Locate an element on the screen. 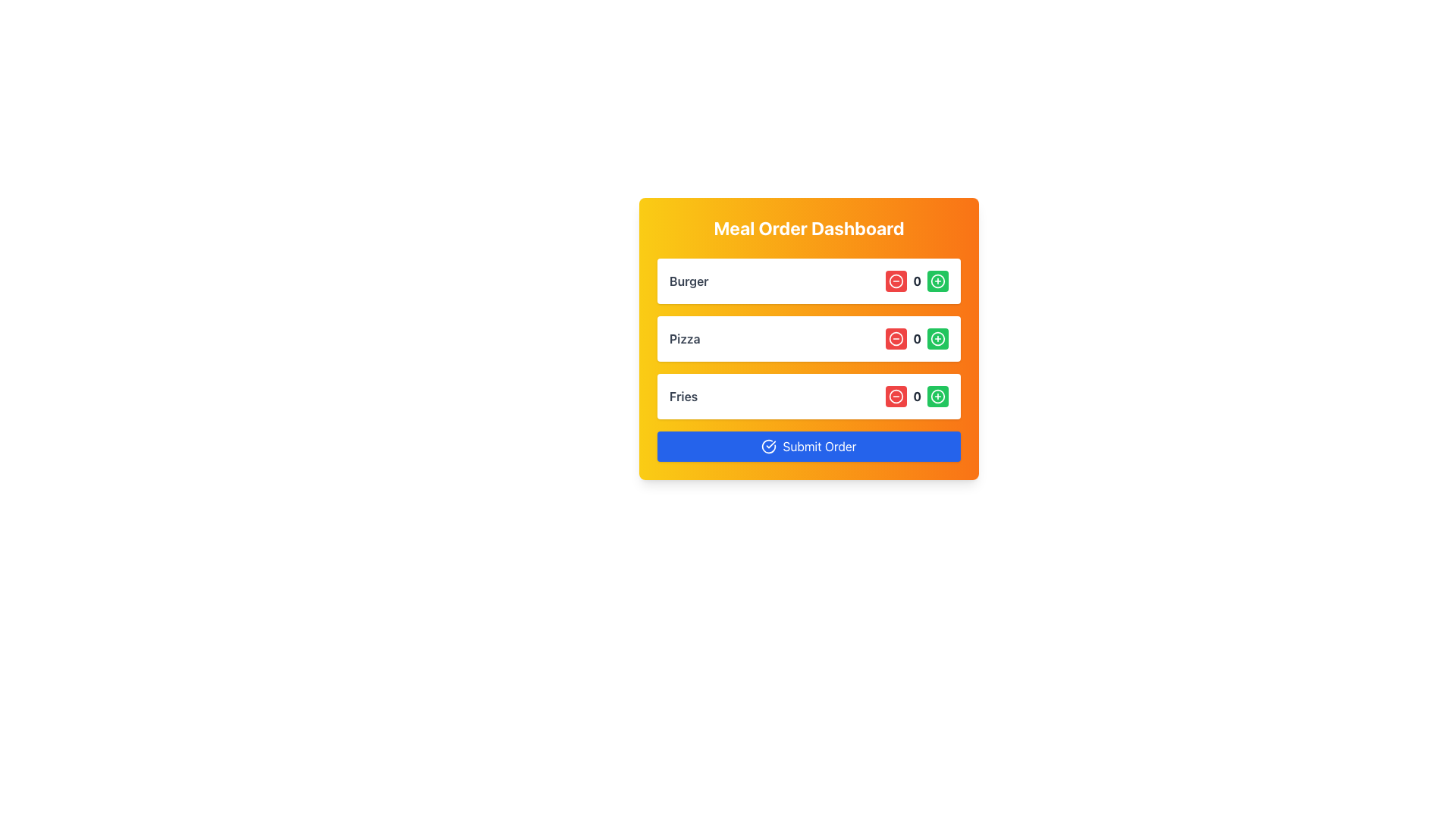  the bold, black-colored numeral '0' in the Meal Order Dashboard, positioned between the red minus button and the green plus button is located at coordinates (916, 396).